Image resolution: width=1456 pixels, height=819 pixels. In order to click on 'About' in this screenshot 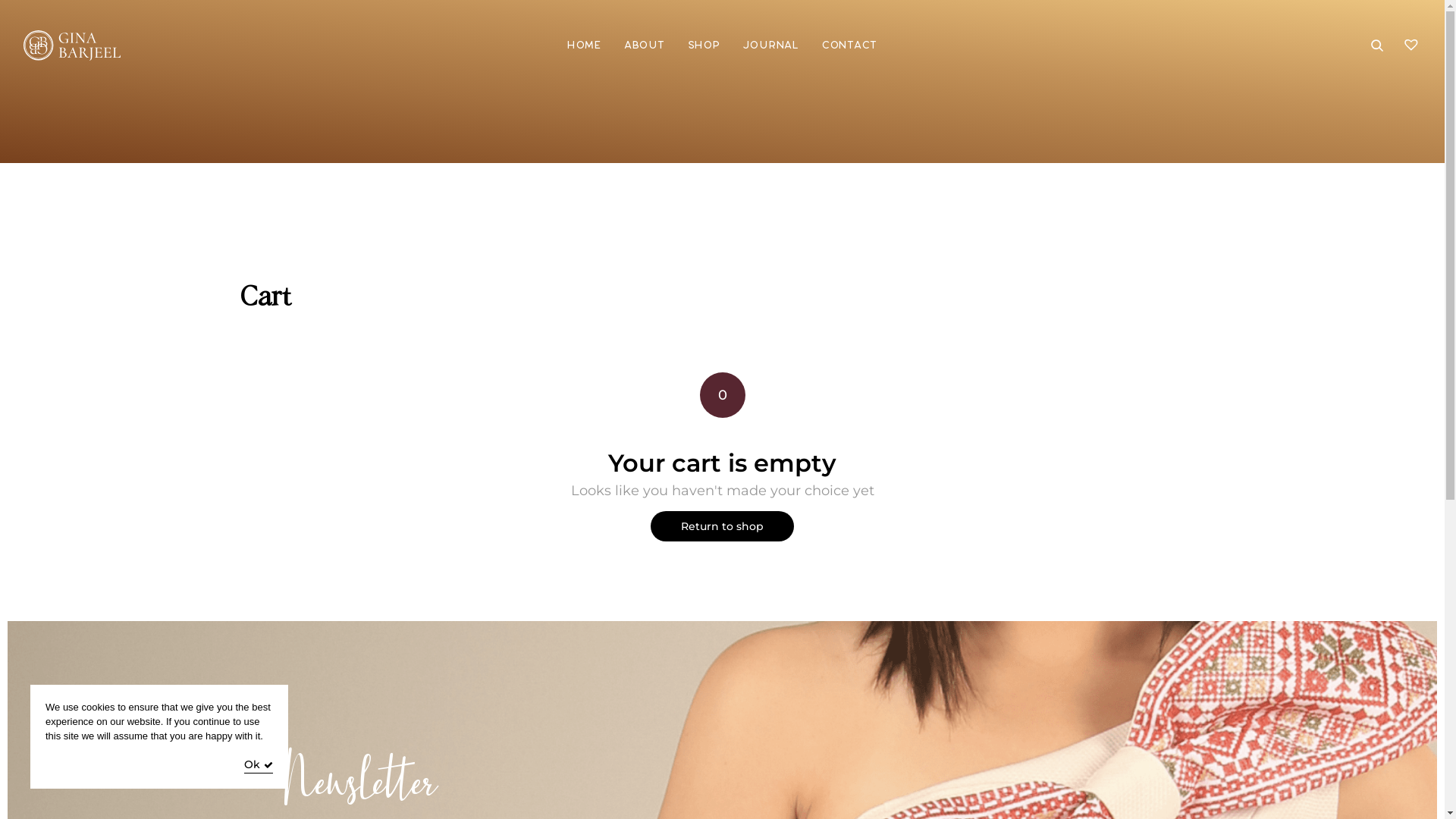, I will do `click(644, 45)`.